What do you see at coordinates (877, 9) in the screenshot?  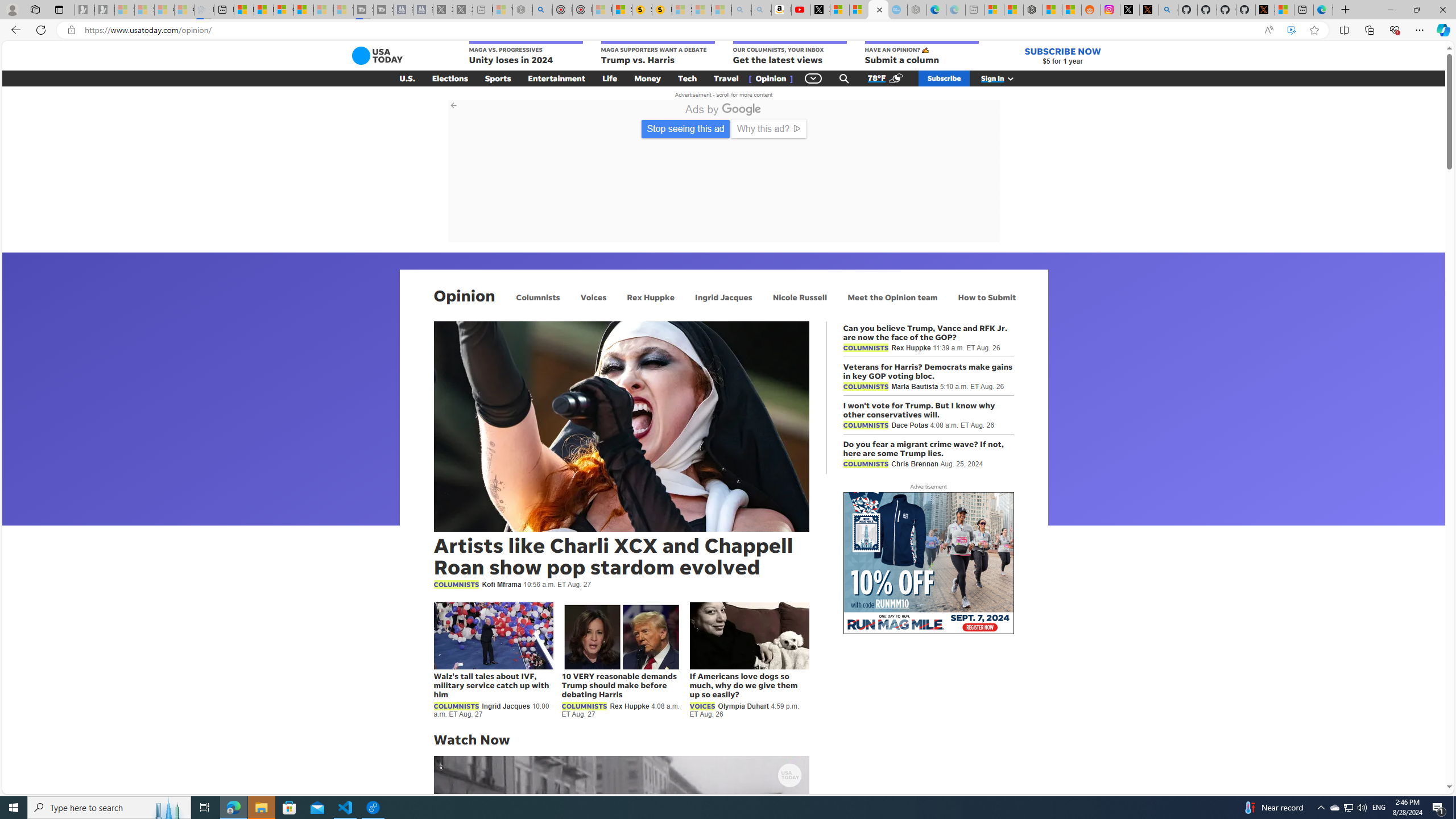 I see `'Opinion: Op-Ed and Commentary - USA TODAY'` at bounding box center [877, 9].